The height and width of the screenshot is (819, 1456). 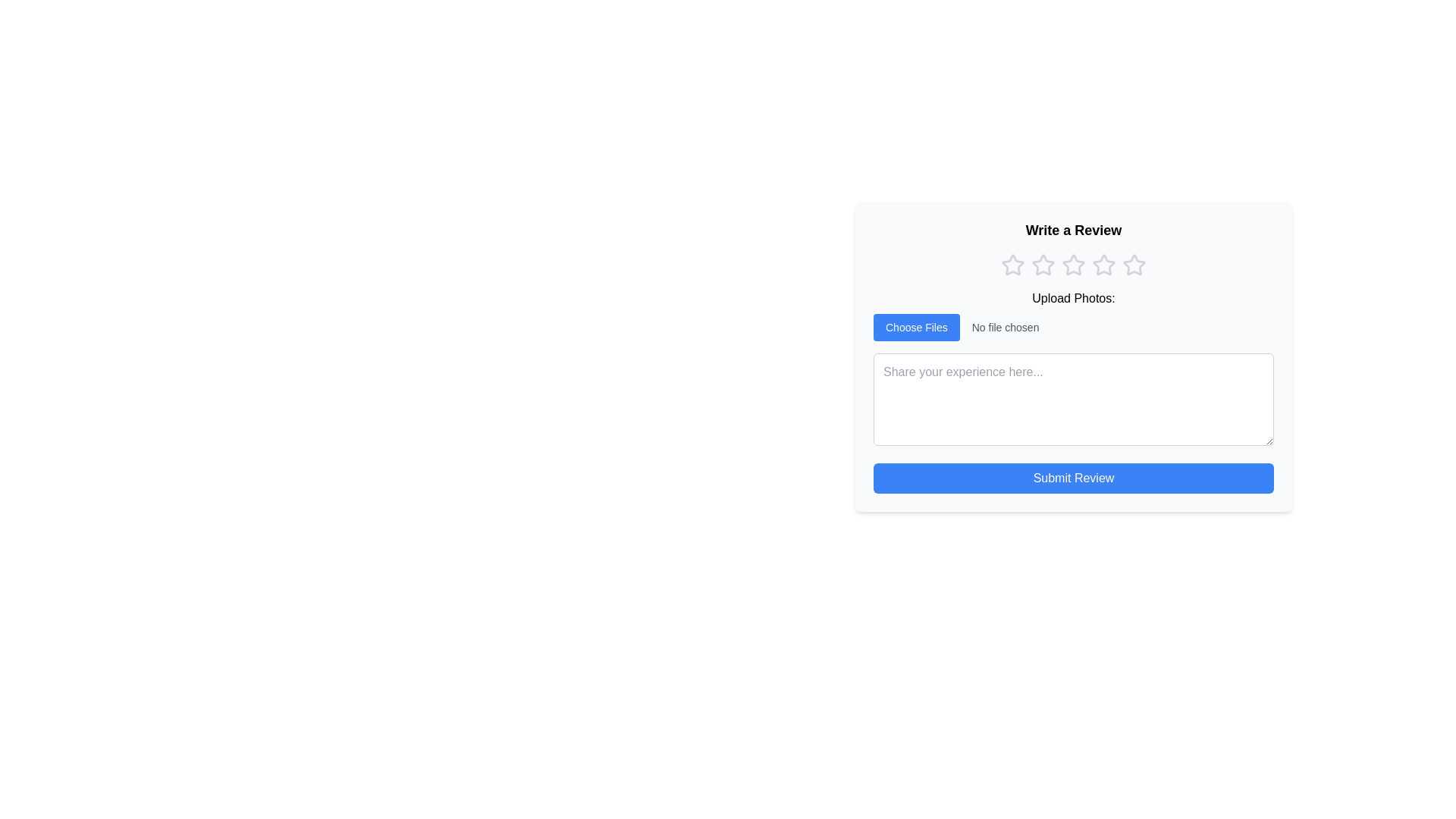 I want to click on the second star icon in the 'Write a Review' section, so click(x=1043, y=265).